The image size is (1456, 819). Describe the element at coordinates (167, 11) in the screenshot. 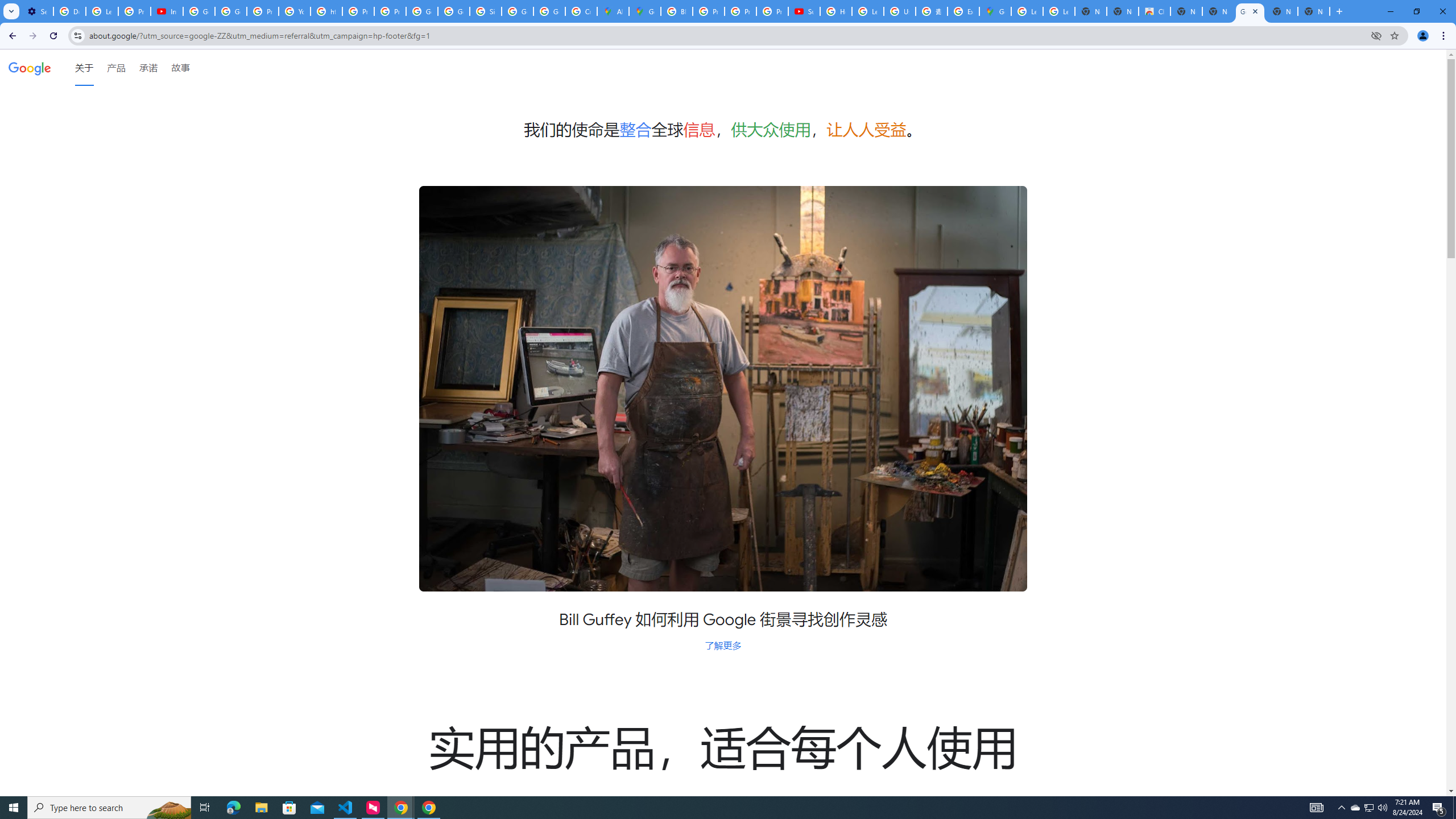

I see `'Introduction | Google Privacy Policy - YouTube'` at that location.